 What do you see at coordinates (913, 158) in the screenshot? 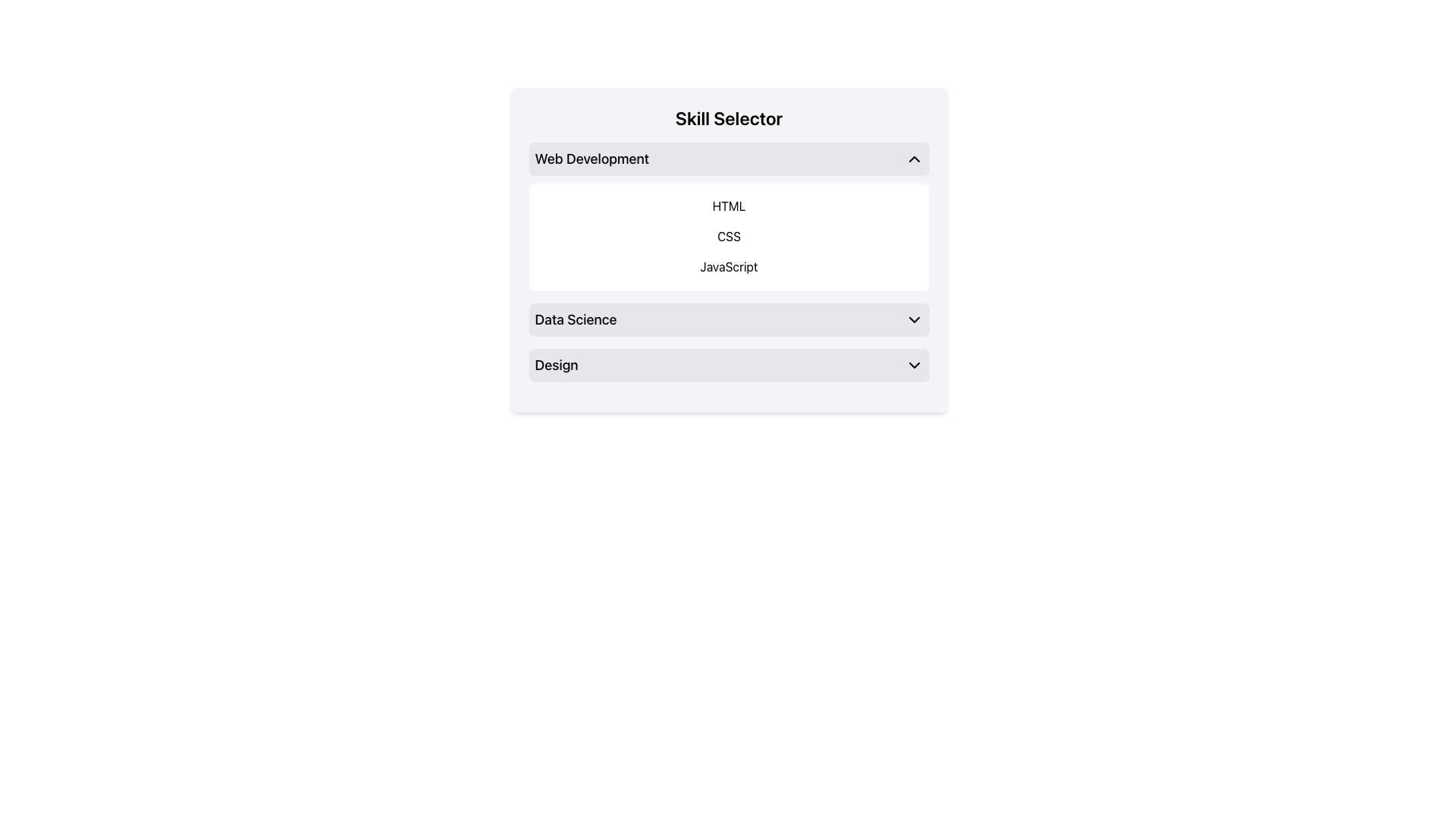
I see `the upward-pointing chevron icon located to the far right of the 'Web Development' section` at bounding box center [913, 158].